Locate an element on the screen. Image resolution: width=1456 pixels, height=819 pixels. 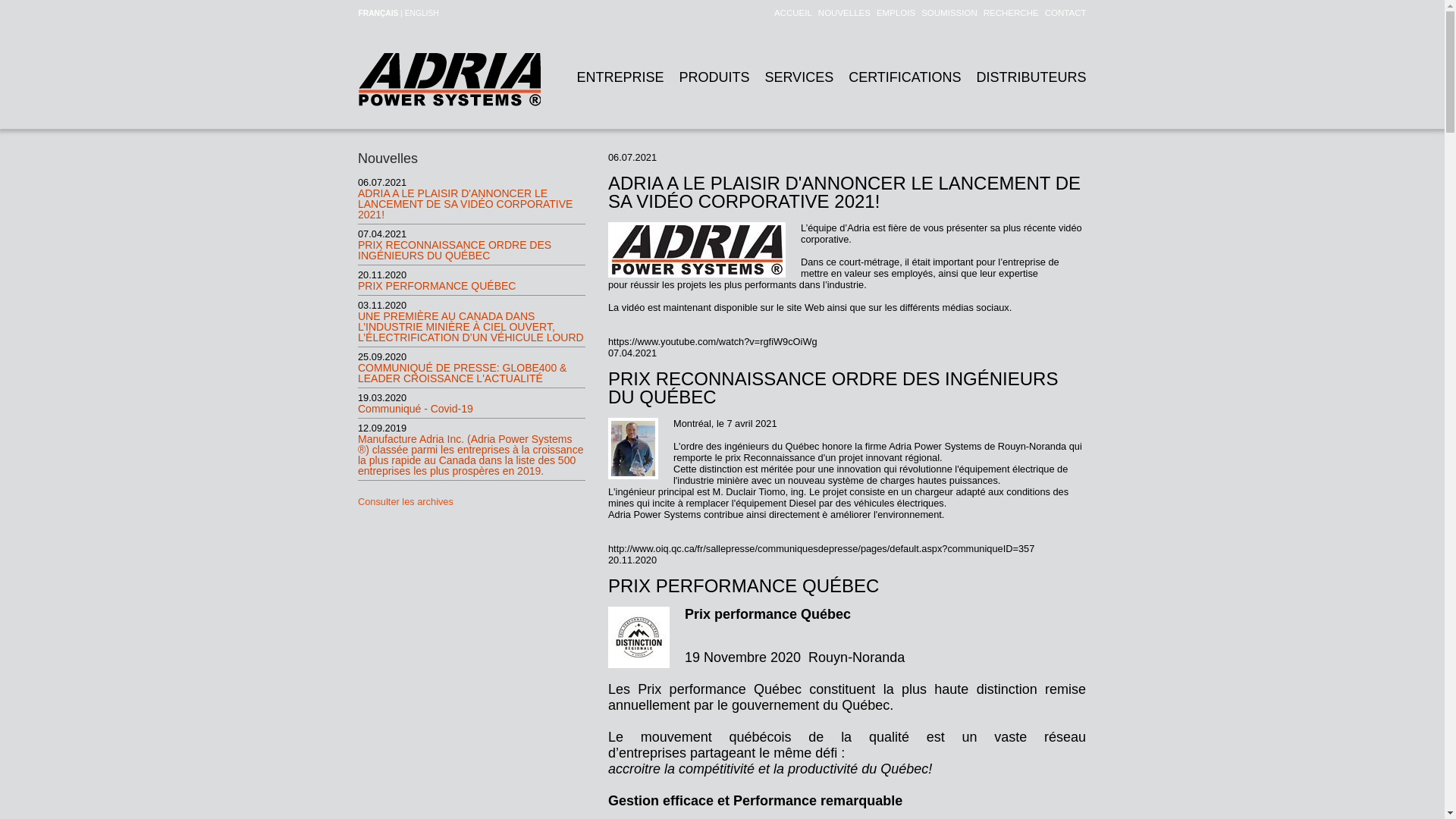
'ENTREPRISE' is located at coordinates (620, 77).